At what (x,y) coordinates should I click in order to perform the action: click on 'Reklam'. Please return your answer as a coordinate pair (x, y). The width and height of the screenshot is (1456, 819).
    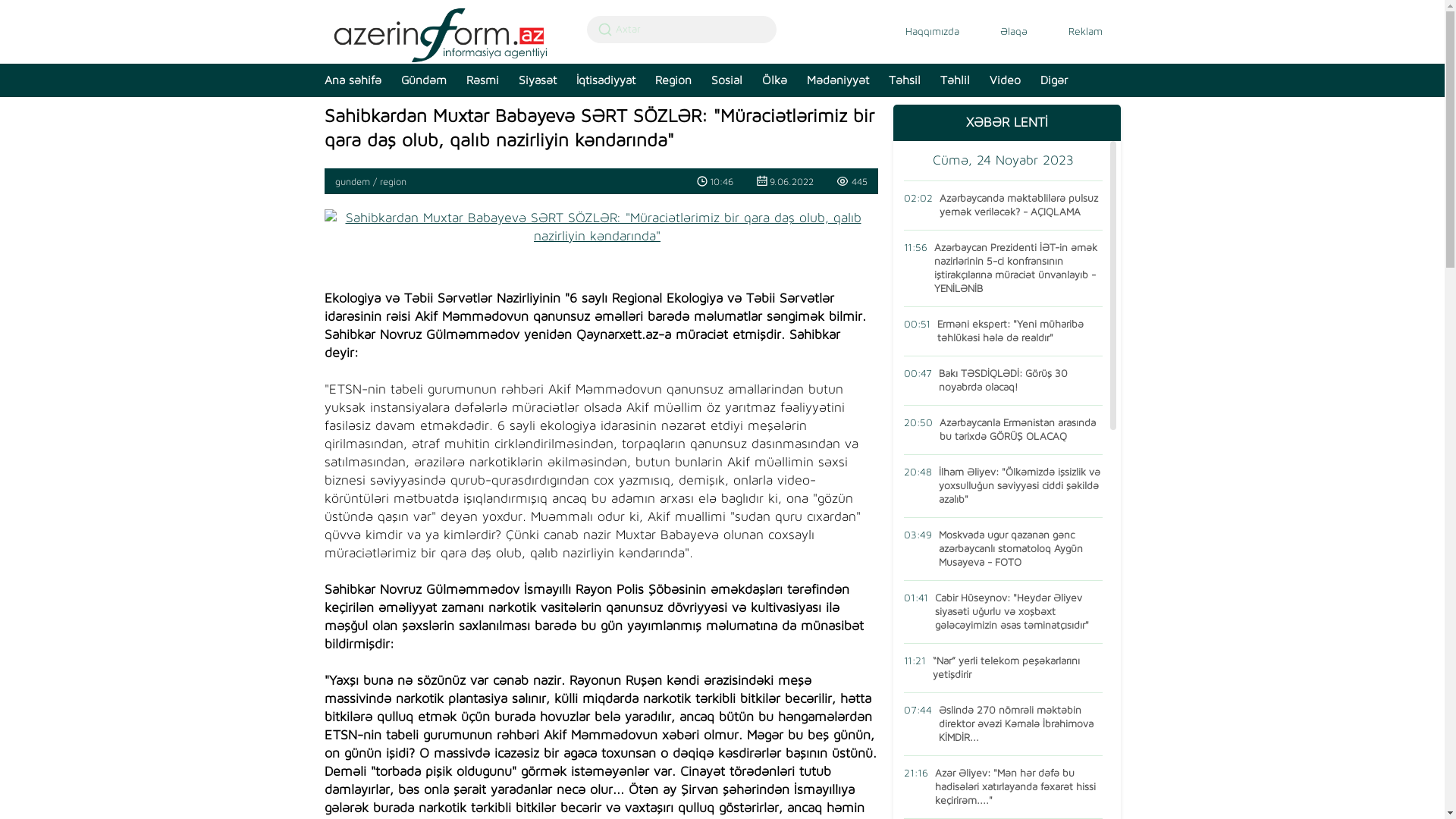
    Looking at the image, I should click on (1075, 31).